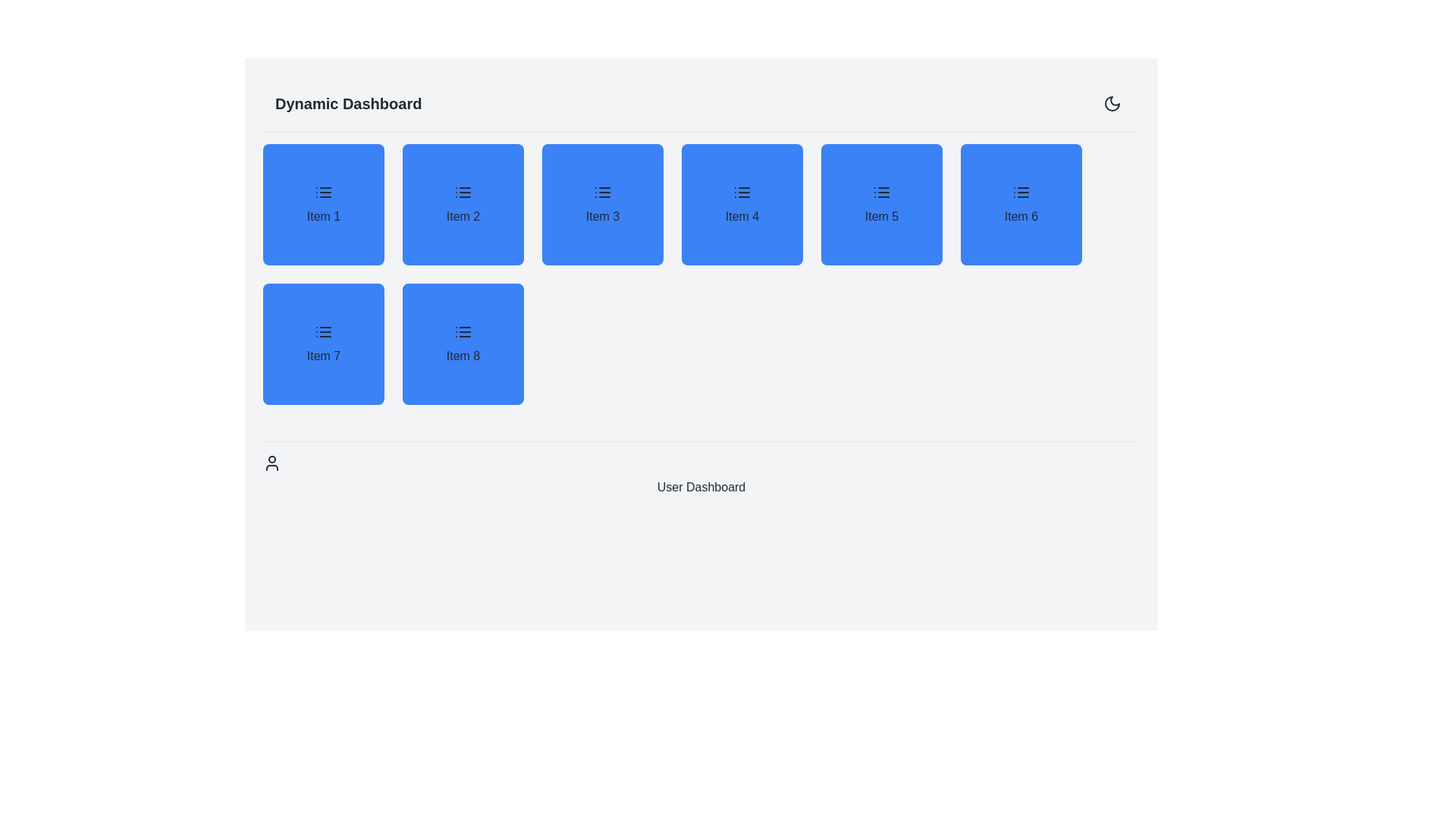  I want to click on the text label located within the first blue card of the grid layout, positioned beneath an icon, so click(323, 216).